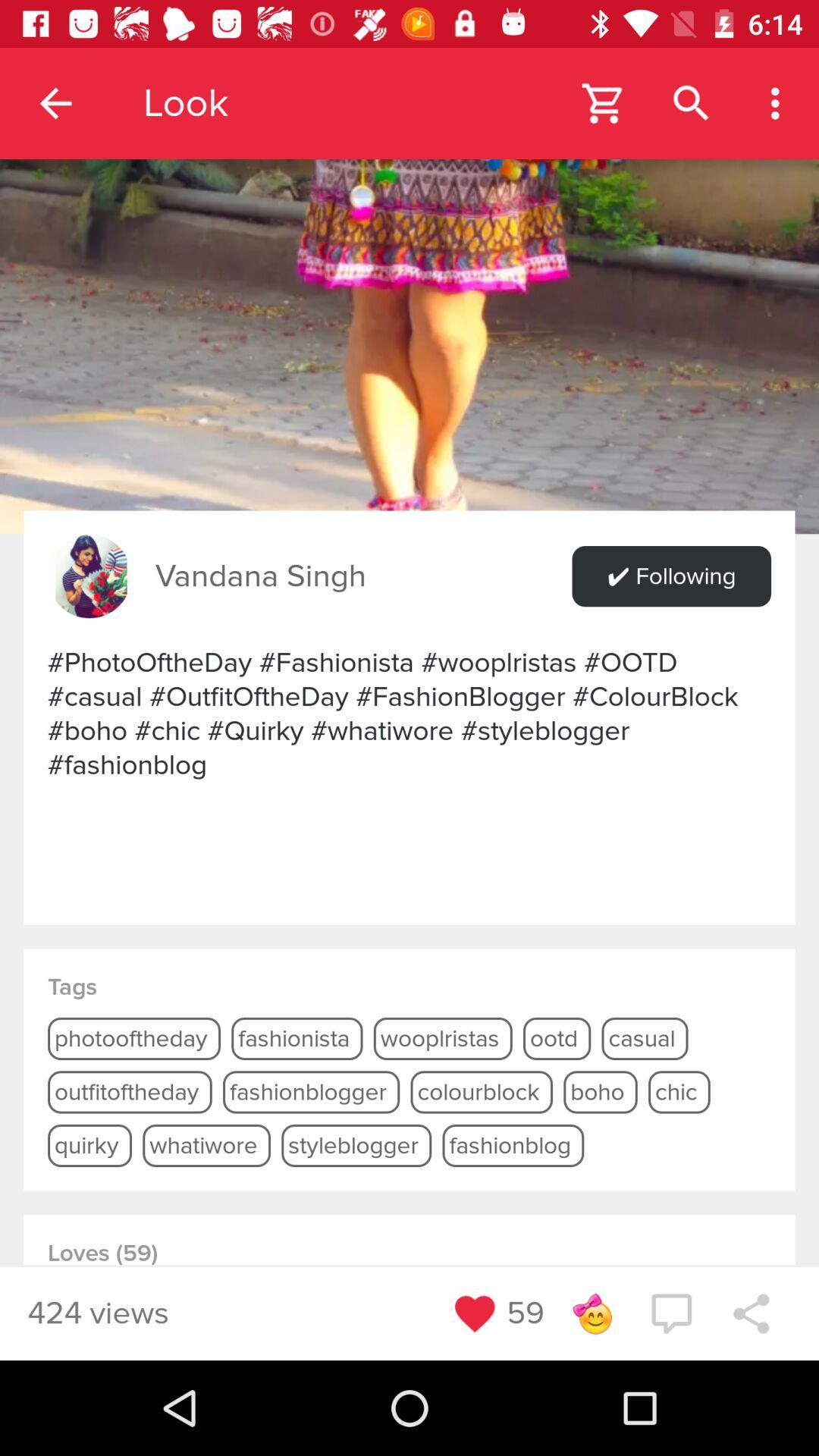 Image resolution: width=819 pixels, height=1456 pixels. I want to click on share image, so click(409, 267).